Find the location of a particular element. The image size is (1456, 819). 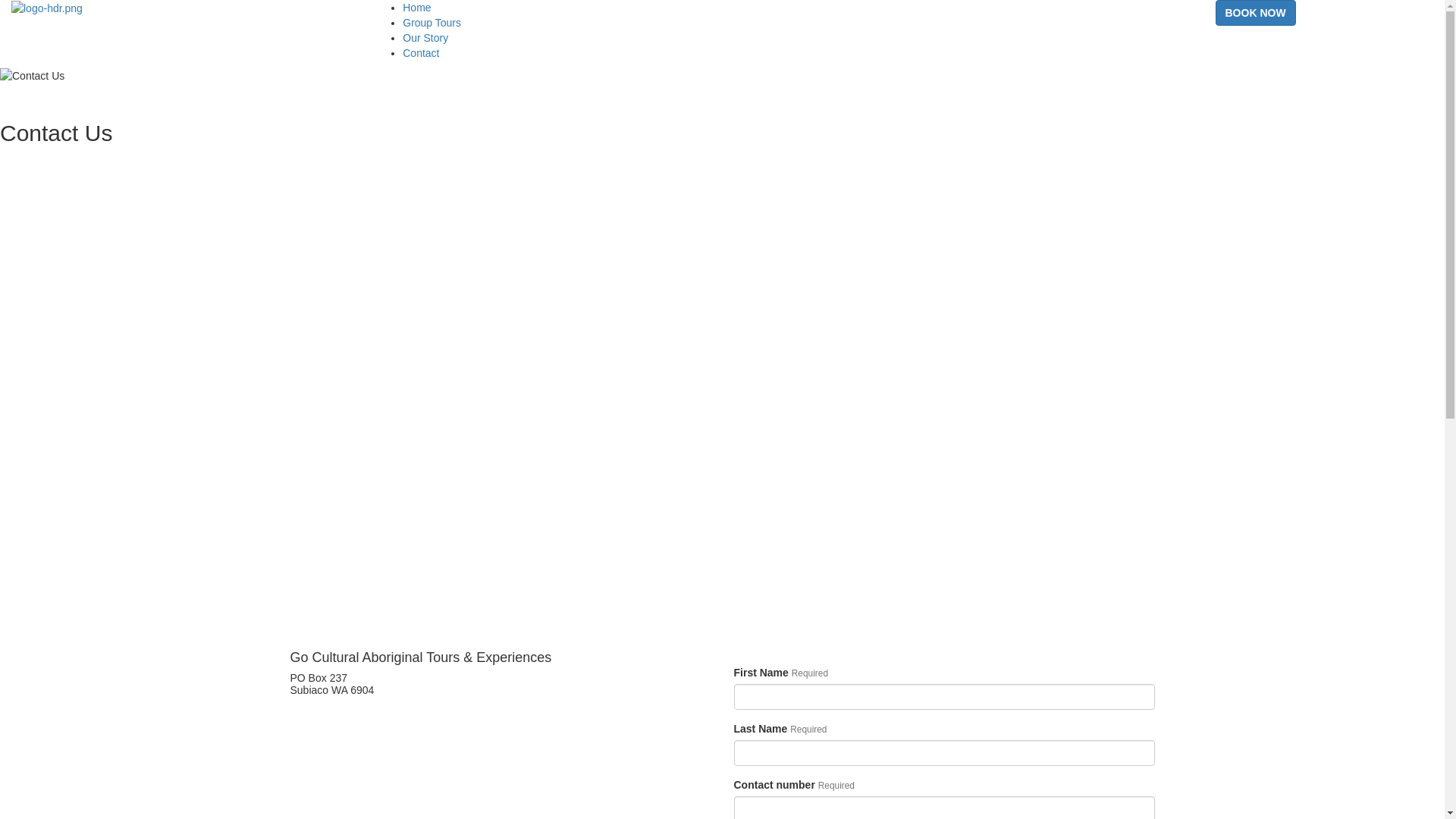

'Contact' is located at coordinates (421, 52).